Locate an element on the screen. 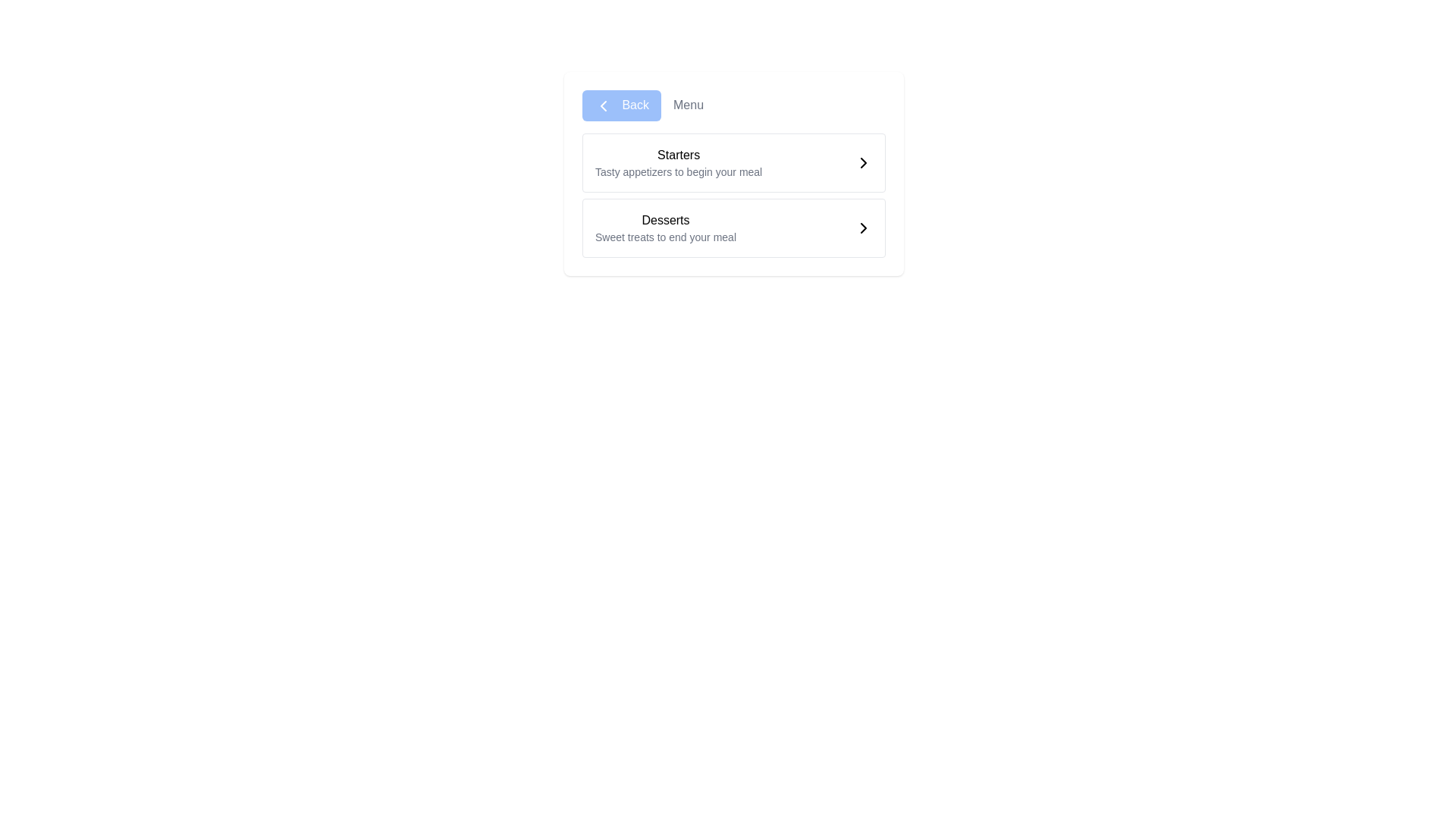 This screenshot has width=1456, height=819. the menu item titled 'Desserts' with the description 'Sweet treats to end your meal' is located at coordinates (666, 227).